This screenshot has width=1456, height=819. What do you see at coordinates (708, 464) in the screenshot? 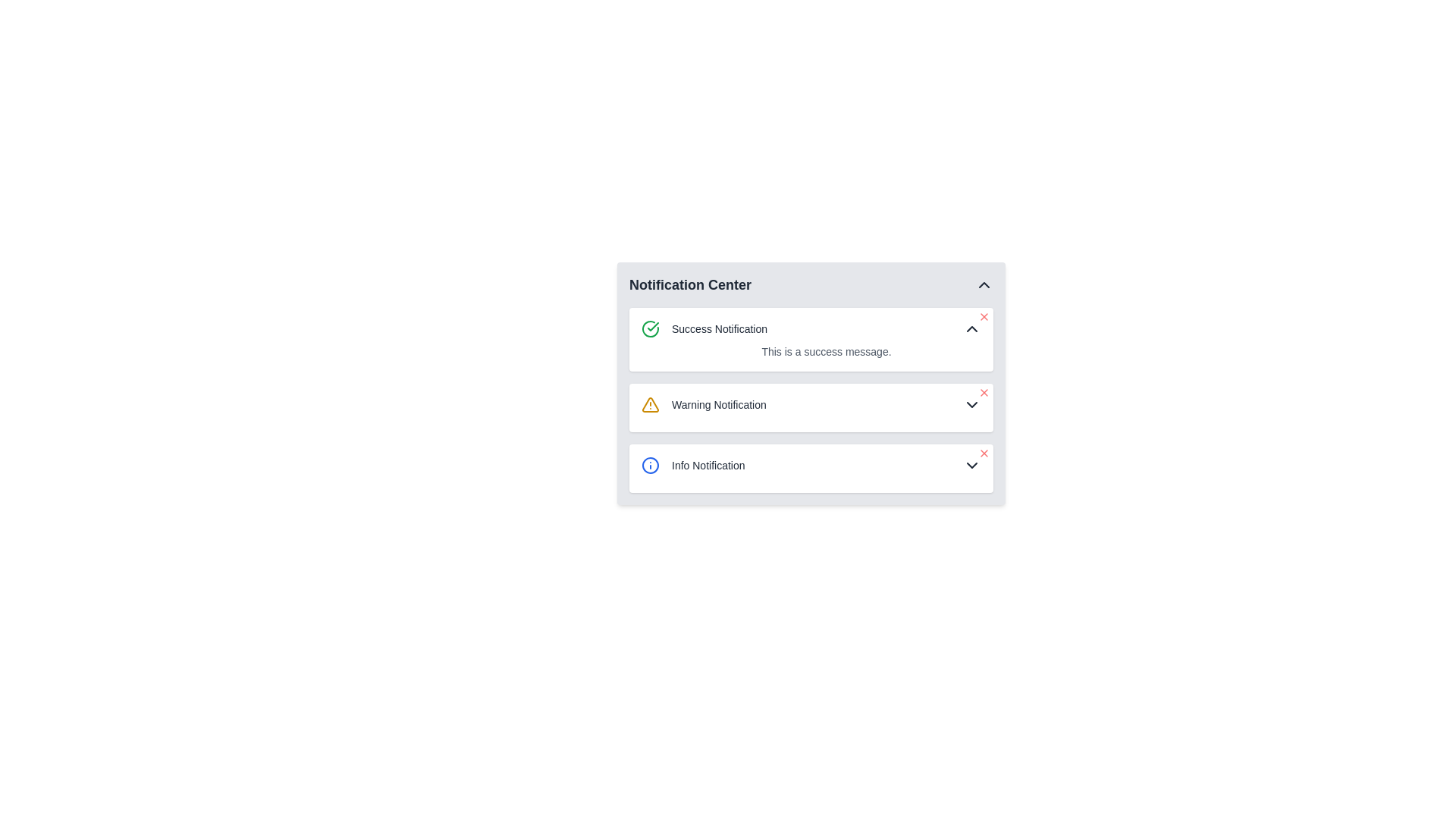
I see `the 'Info Notification' text label, which is styled in gray with medium font weight and small size, located in the notification center interface` at bounding box center [708, 464].